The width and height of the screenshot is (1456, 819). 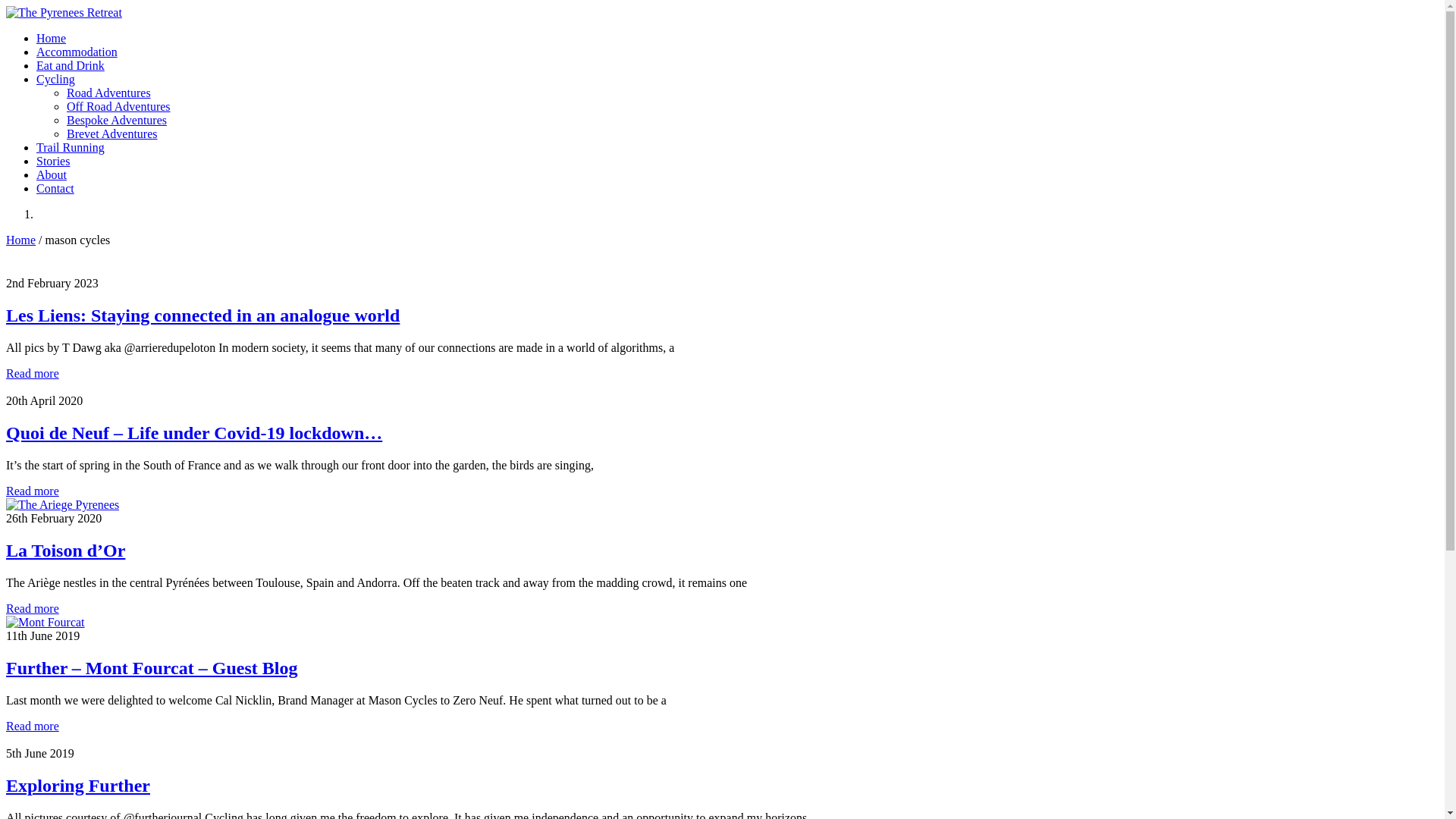 What do you see at coordinates (33, 491) in the screenshot?
I see `'Read more'` at bounding box center [33, 491].